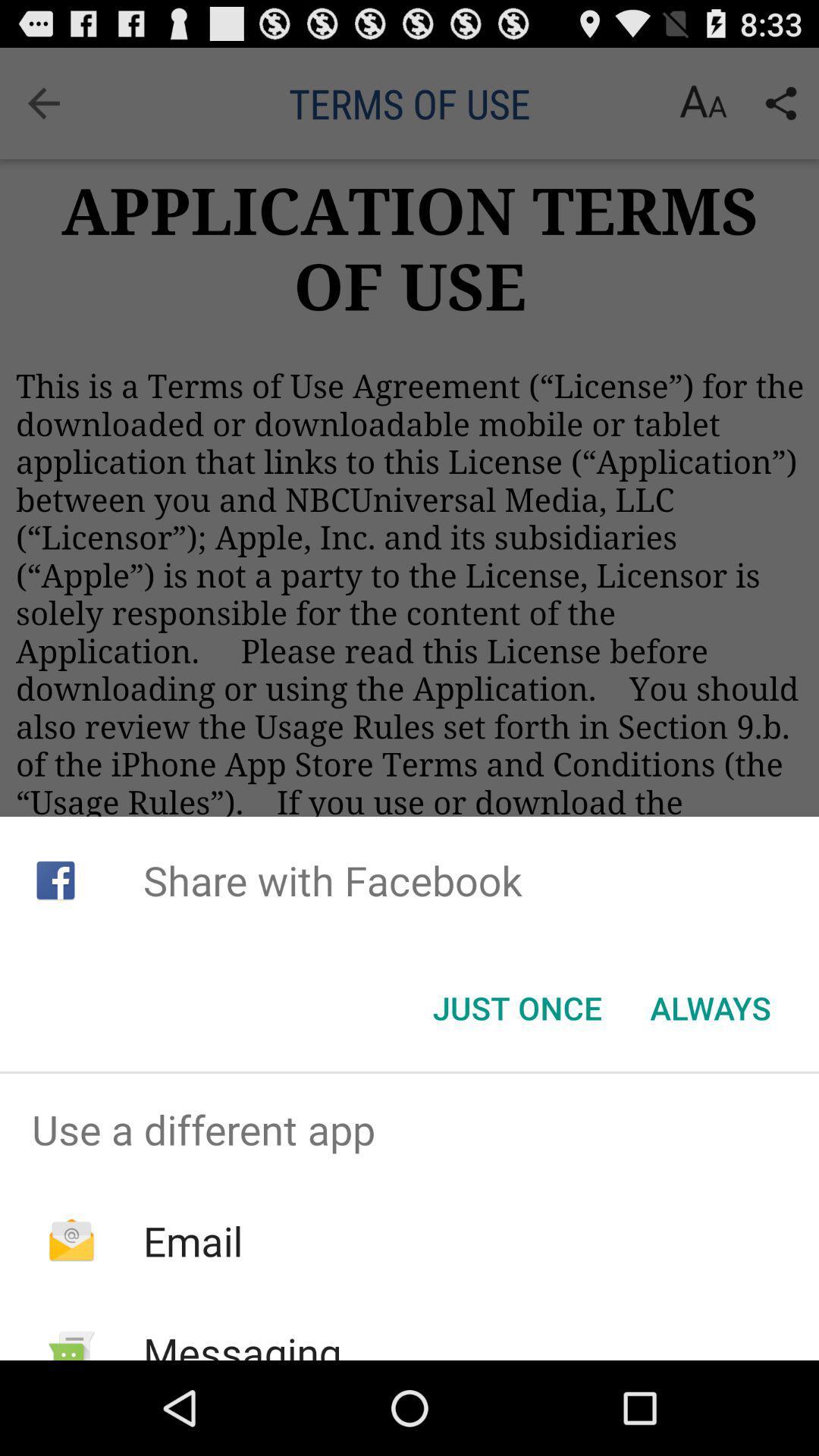 Image resolution: width=819 pixels, height=1456 pixels. Describe the element at coordinates (711, 1008) in the screenshot. I see `the button next to the just once item` at that location.